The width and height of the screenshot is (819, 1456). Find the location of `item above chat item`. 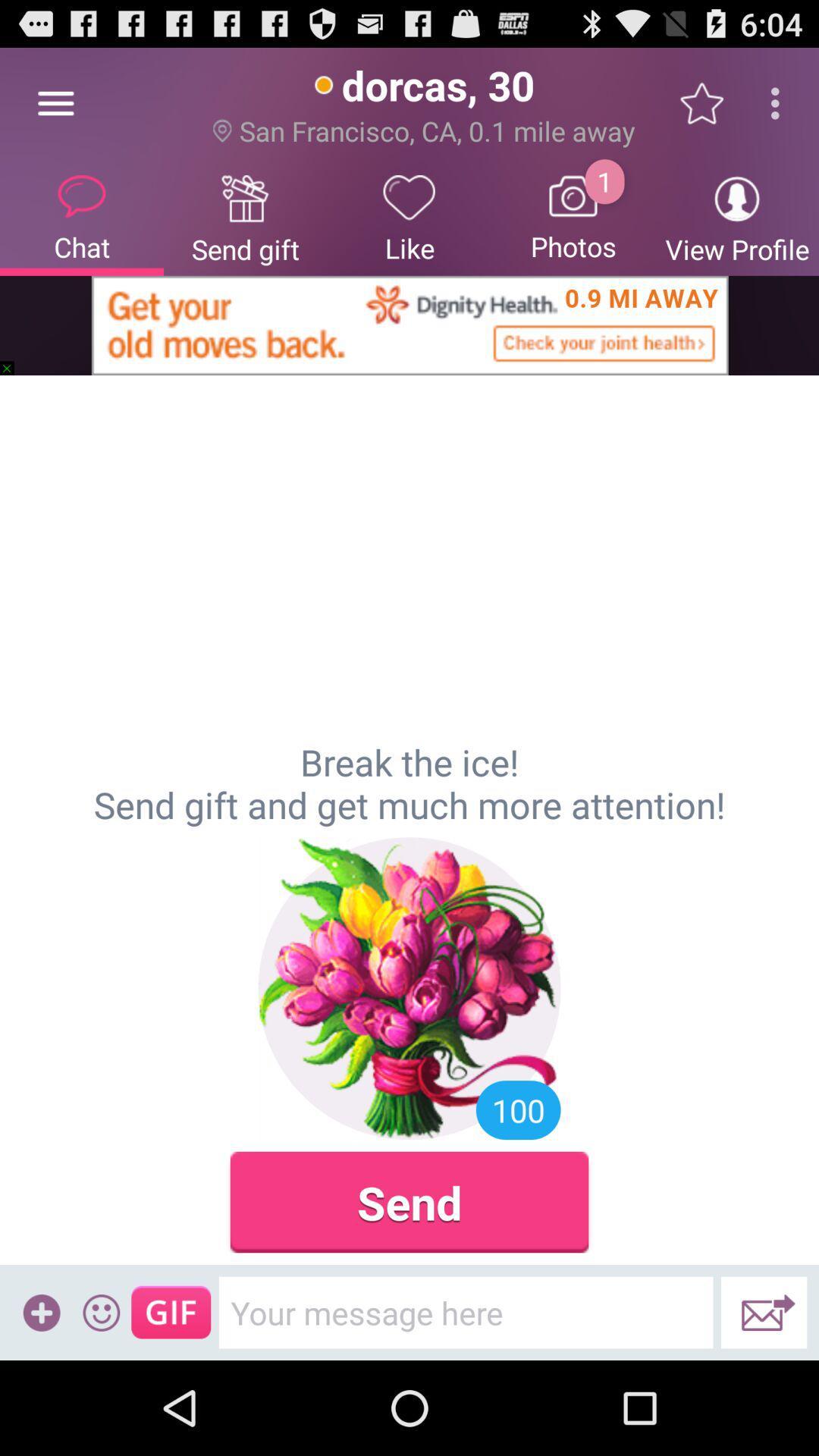

item above chat item is located at coordinates (55, 102).